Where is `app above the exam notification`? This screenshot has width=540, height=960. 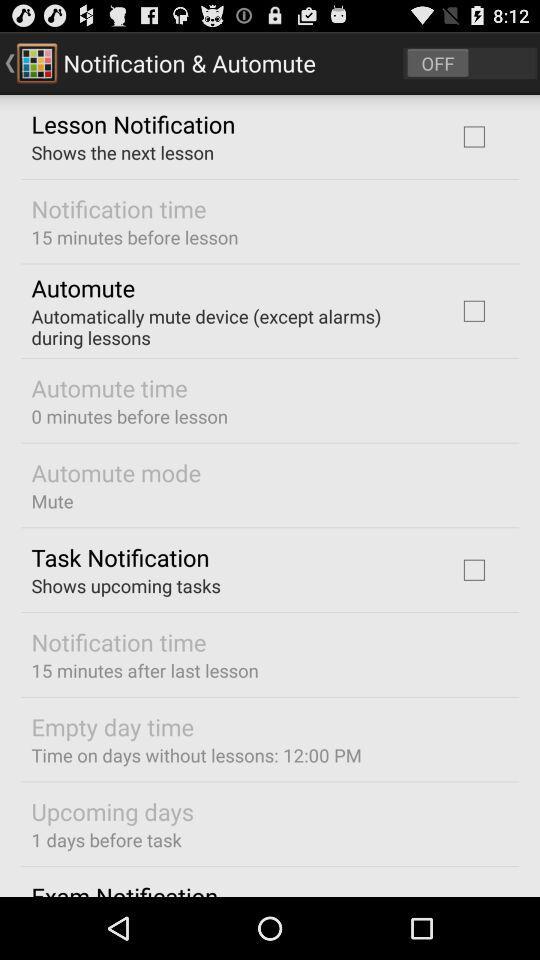
app above the exam notification is located at coordinates (106, 840).